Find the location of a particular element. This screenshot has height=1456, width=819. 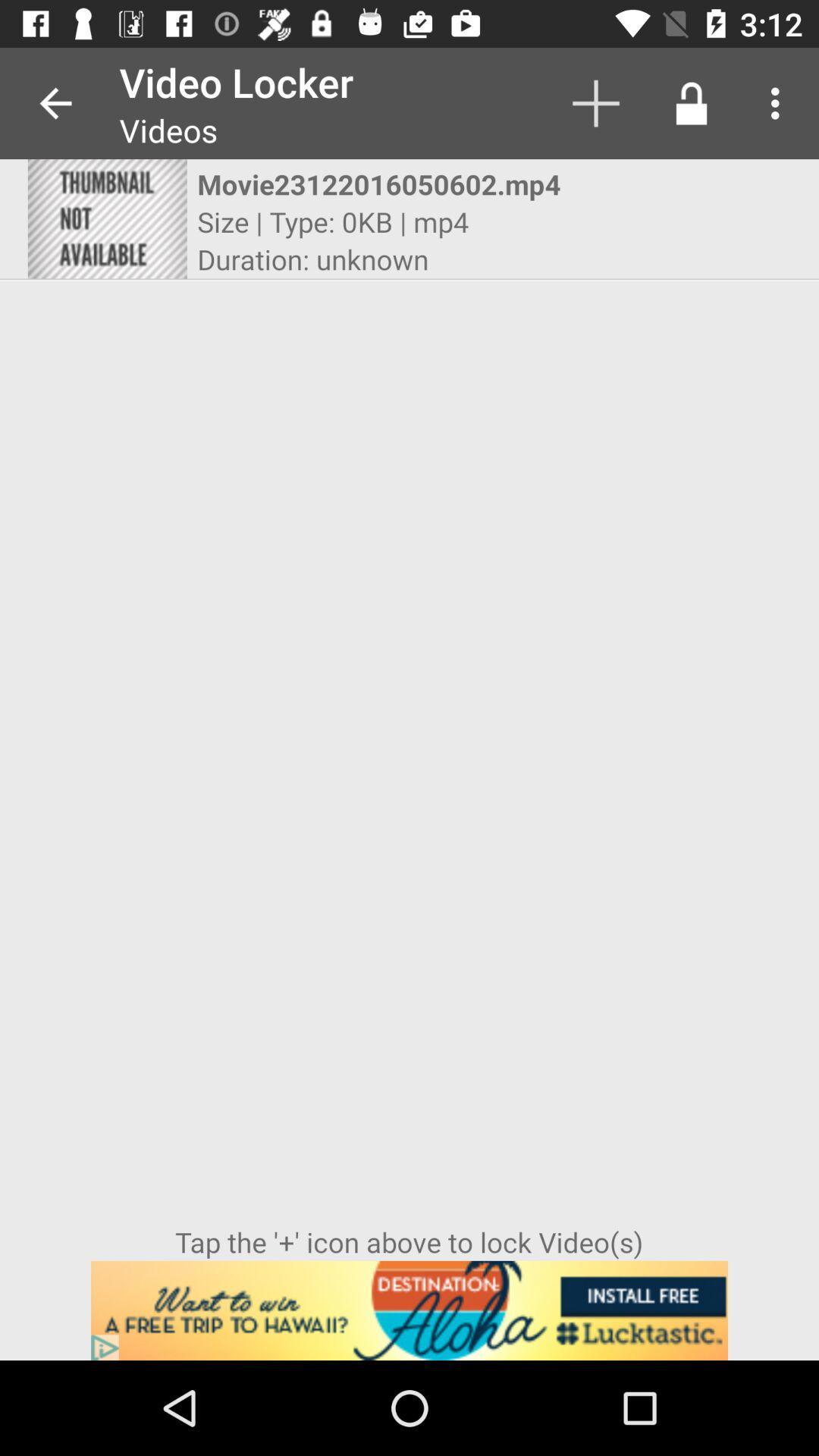

item above tap the icon item is located at coordinates (691, 102).